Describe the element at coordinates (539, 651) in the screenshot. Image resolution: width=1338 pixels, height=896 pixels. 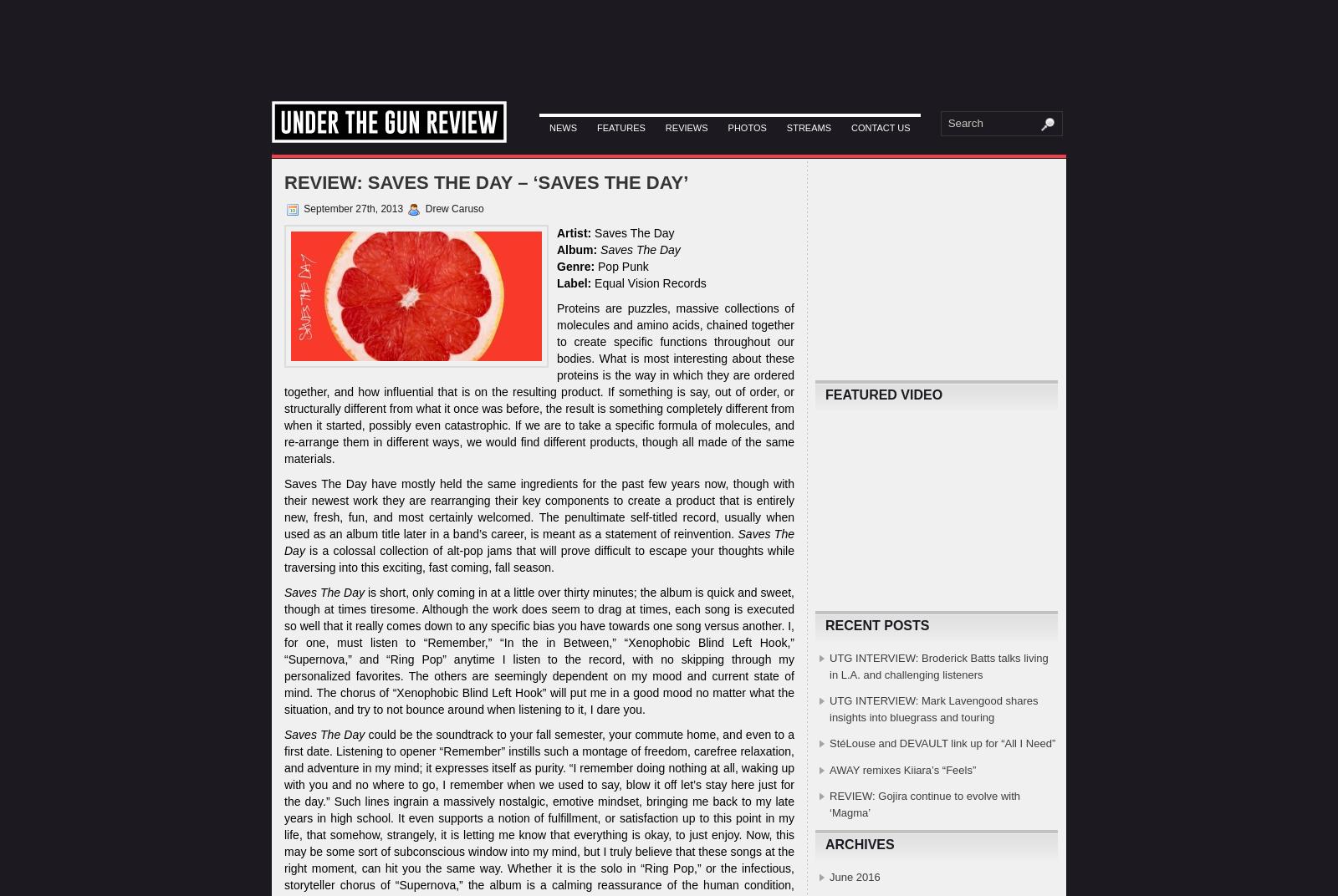
I see `'is short, only coming in at a little over thirty minutes; the album is quick and sweet, though at times tiresome.  Although the work does seem to drag at times, each song is executed so well that it really comes down to any specific bias you have towards one song versus another. I, for one, must listen to “Remember,” “In the in Between,” “Xenophobic Blind Left Hook,” “Supernova,” and “Ring Pop” anytime I listen to the record, with no skipping through my personalized favorites. The others are seemingly dependent on my mood and current state of mind. The chorus of “Xenophobic Blind Left Hook” will put me in a good mood no matter what the situation, and try to not bounce around when listening to it, I dare you.'` at that location.